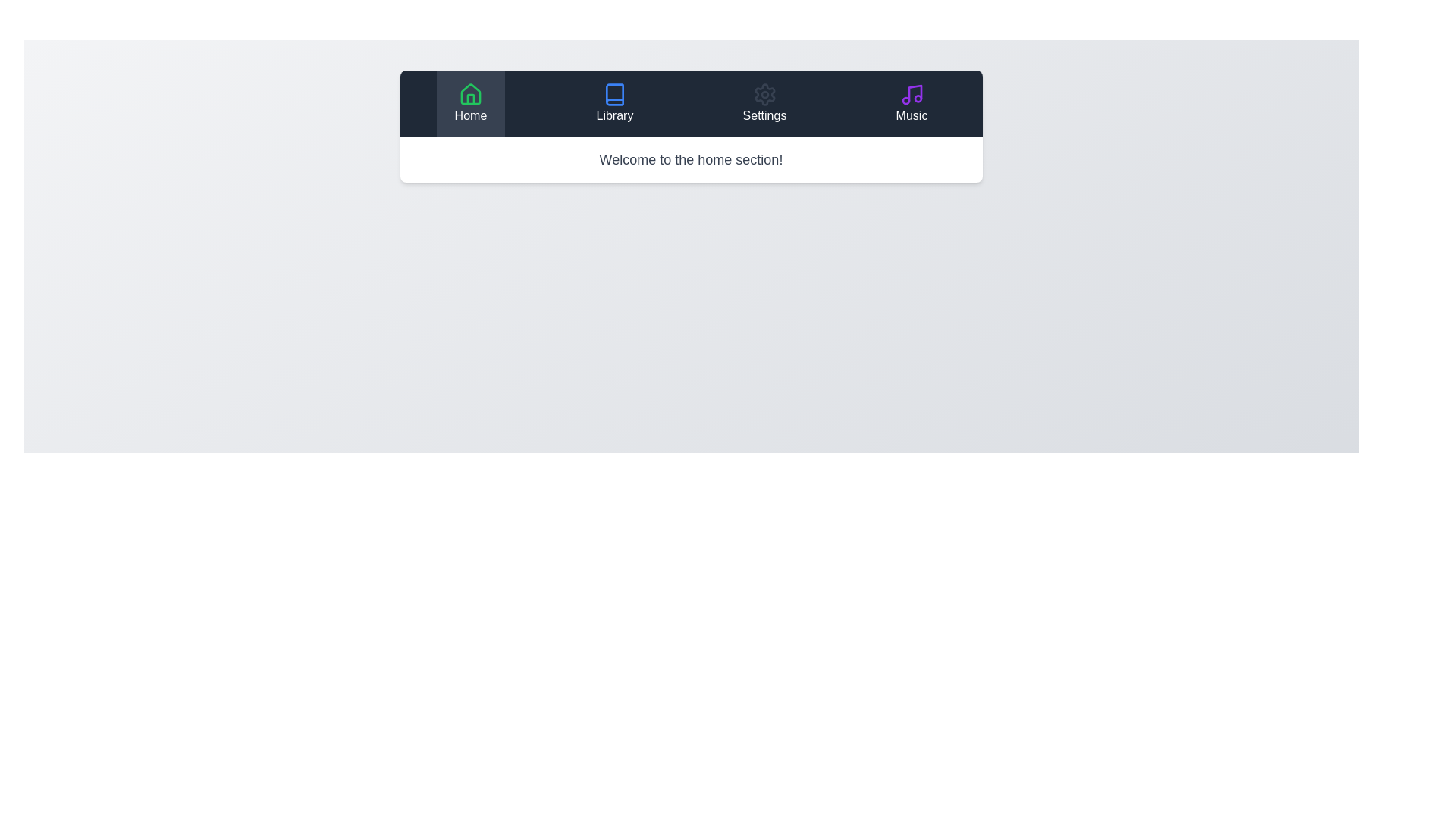 This screenshot has width=1456, height=819. What do you see at coordinates (764, 103) in the screenshot?
I see `the Settings tab to view its content` at bounding box center [764, 103].